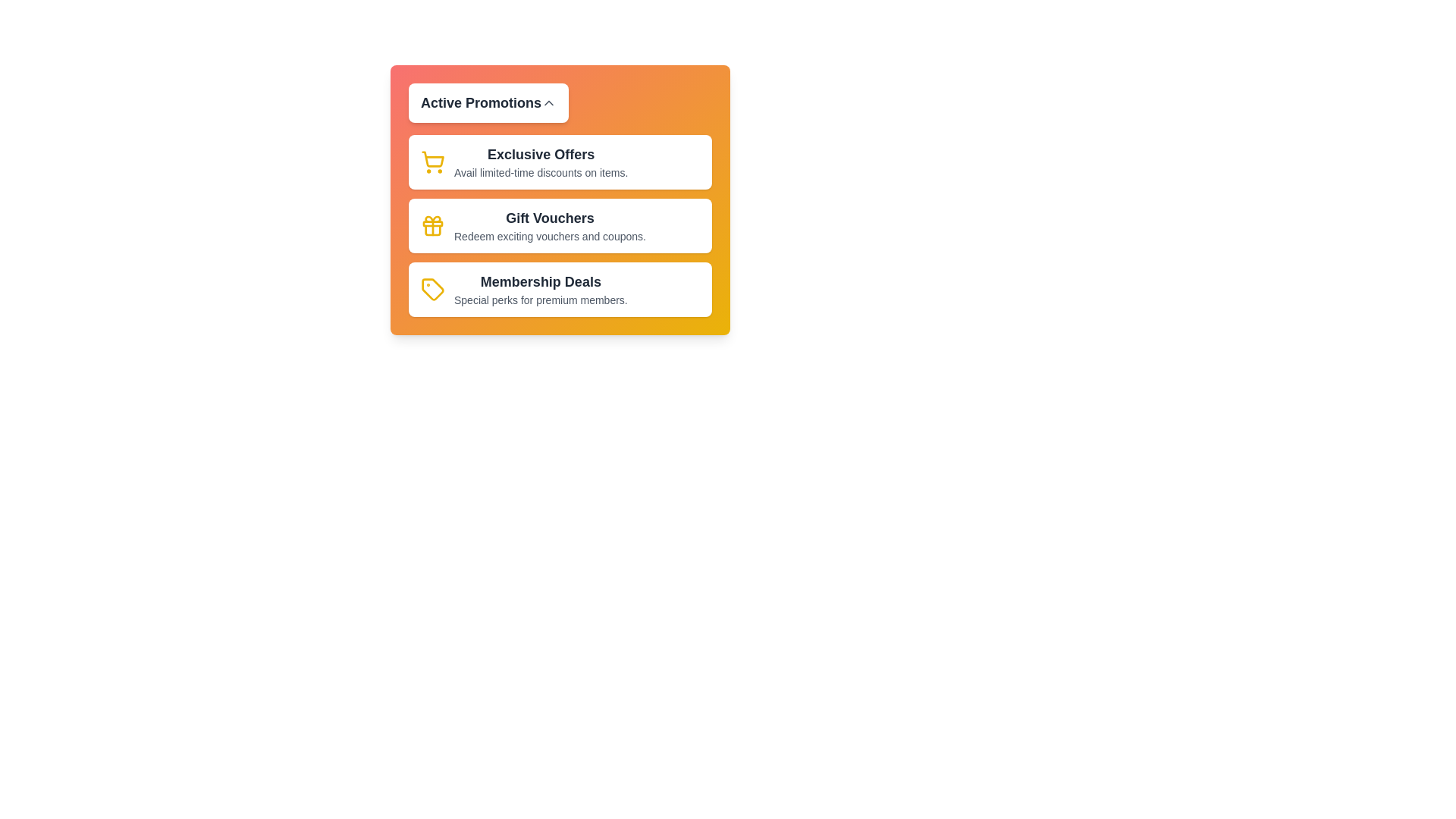 The image size is (1456, 819). Describe the element at coordinates (432, 289) in the screenshot. I see `the icon corresponding to Membership Deals to interact with it` at that location.